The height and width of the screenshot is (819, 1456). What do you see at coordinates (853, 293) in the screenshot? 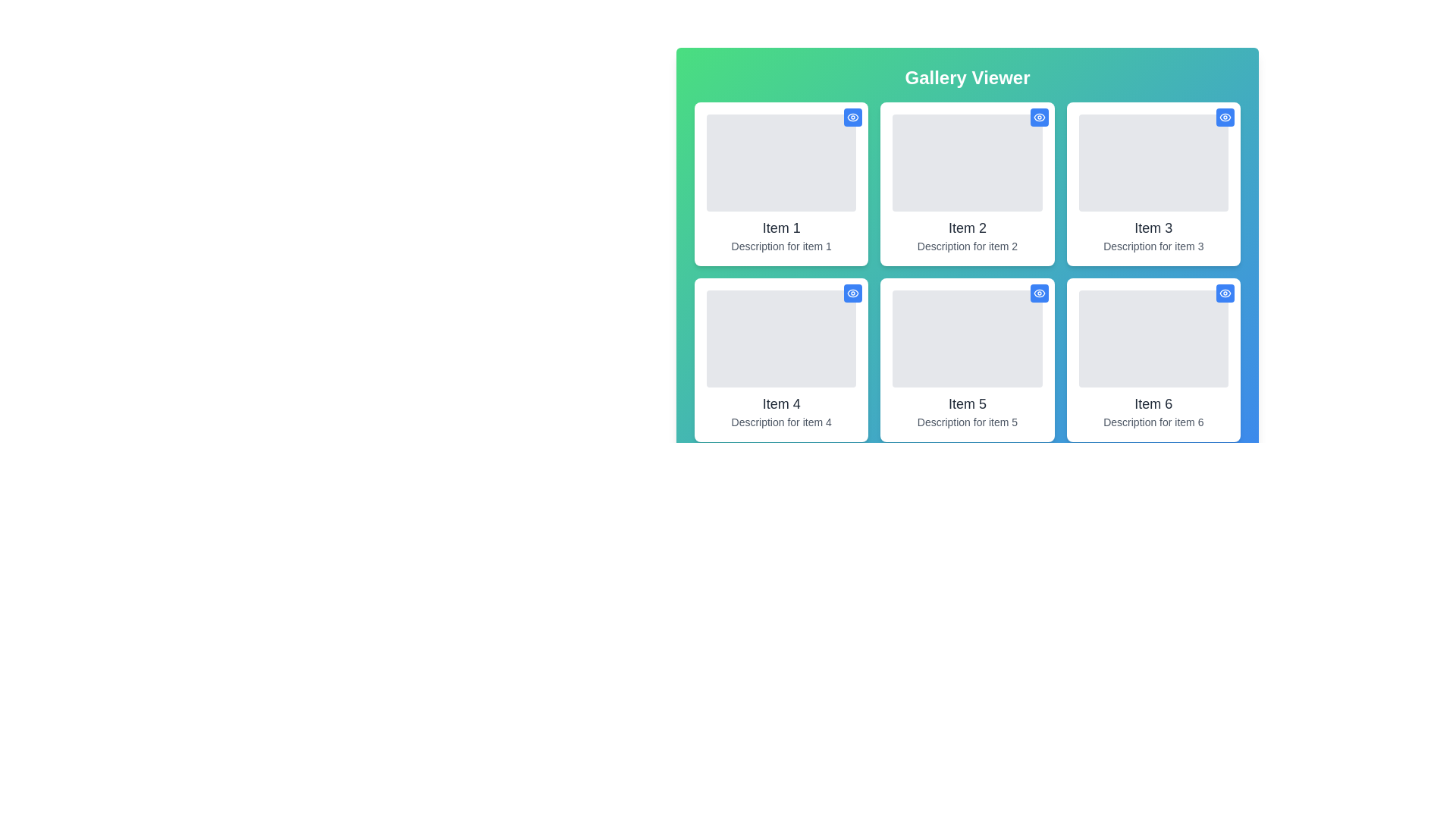
I see `the small rounded square button with a blue background and a white eye icon located in the top-right corner of the 'Item 4' card` at bounding box center [853, 293].